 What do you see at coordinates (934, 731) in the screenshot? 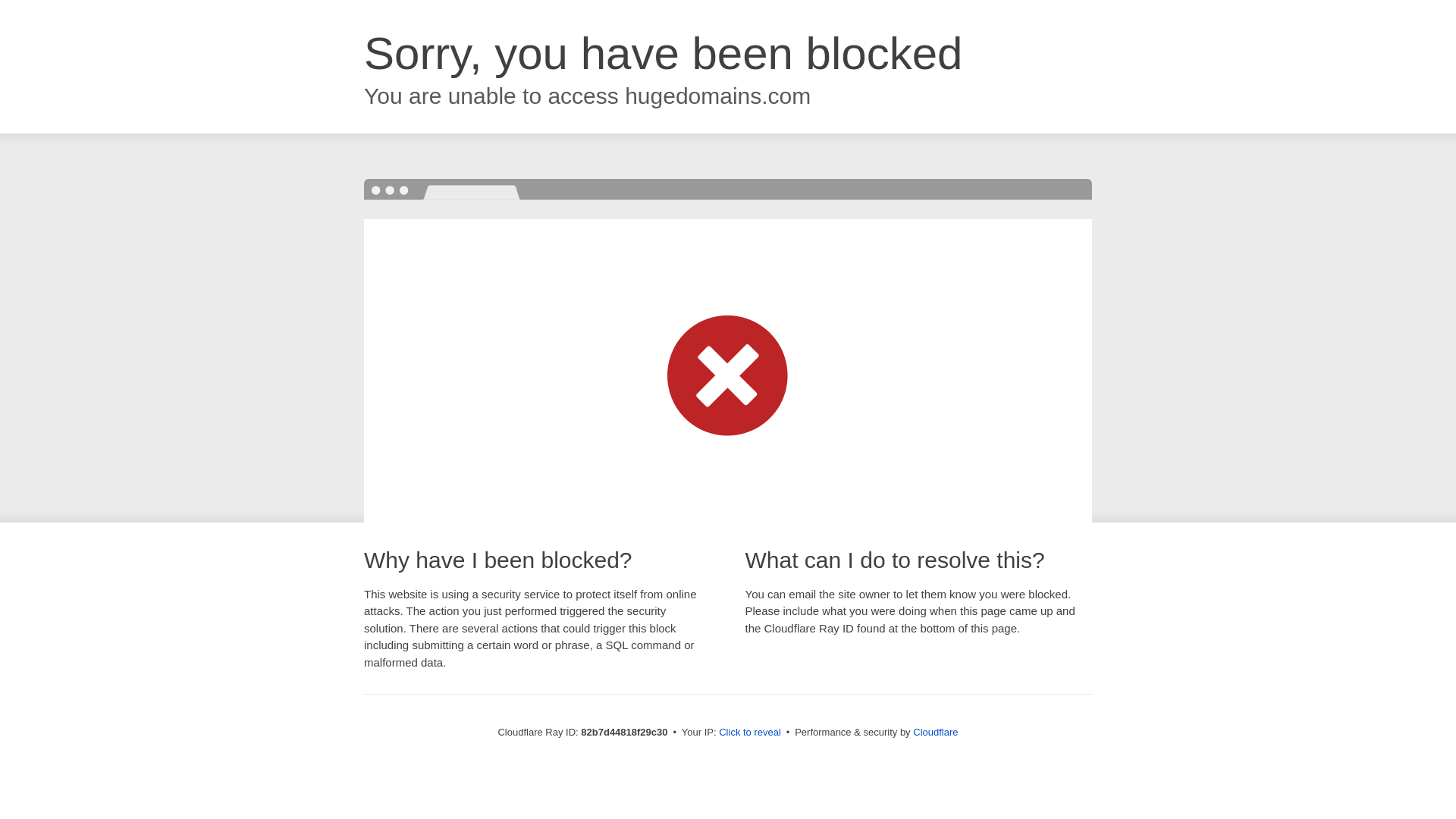
I see `'Cloudflare'` at bounding box center [934, 731].